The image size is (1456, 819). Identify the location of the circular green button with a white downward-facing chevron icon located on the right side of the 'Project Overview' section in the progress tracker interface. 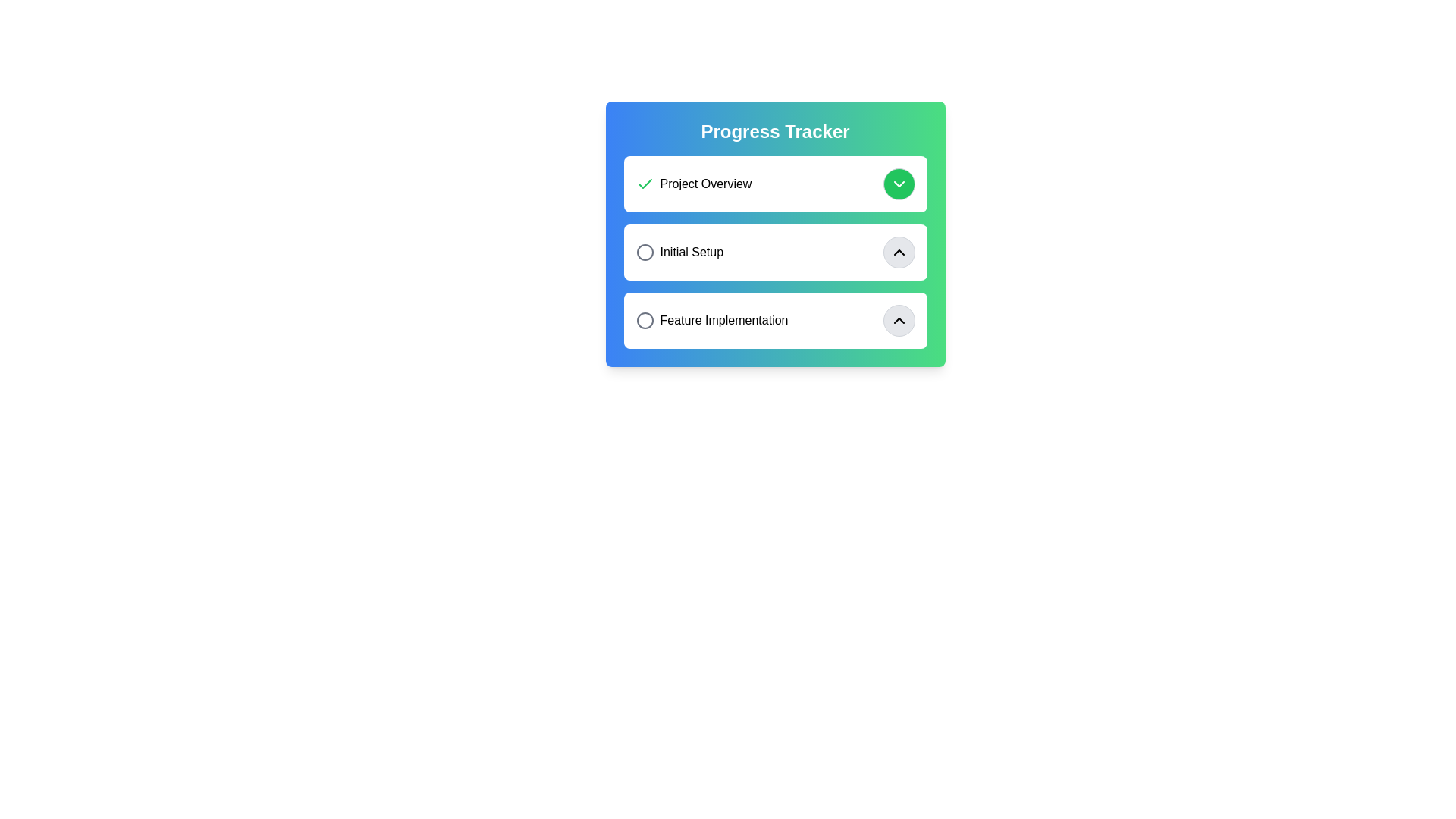
(899, 184).